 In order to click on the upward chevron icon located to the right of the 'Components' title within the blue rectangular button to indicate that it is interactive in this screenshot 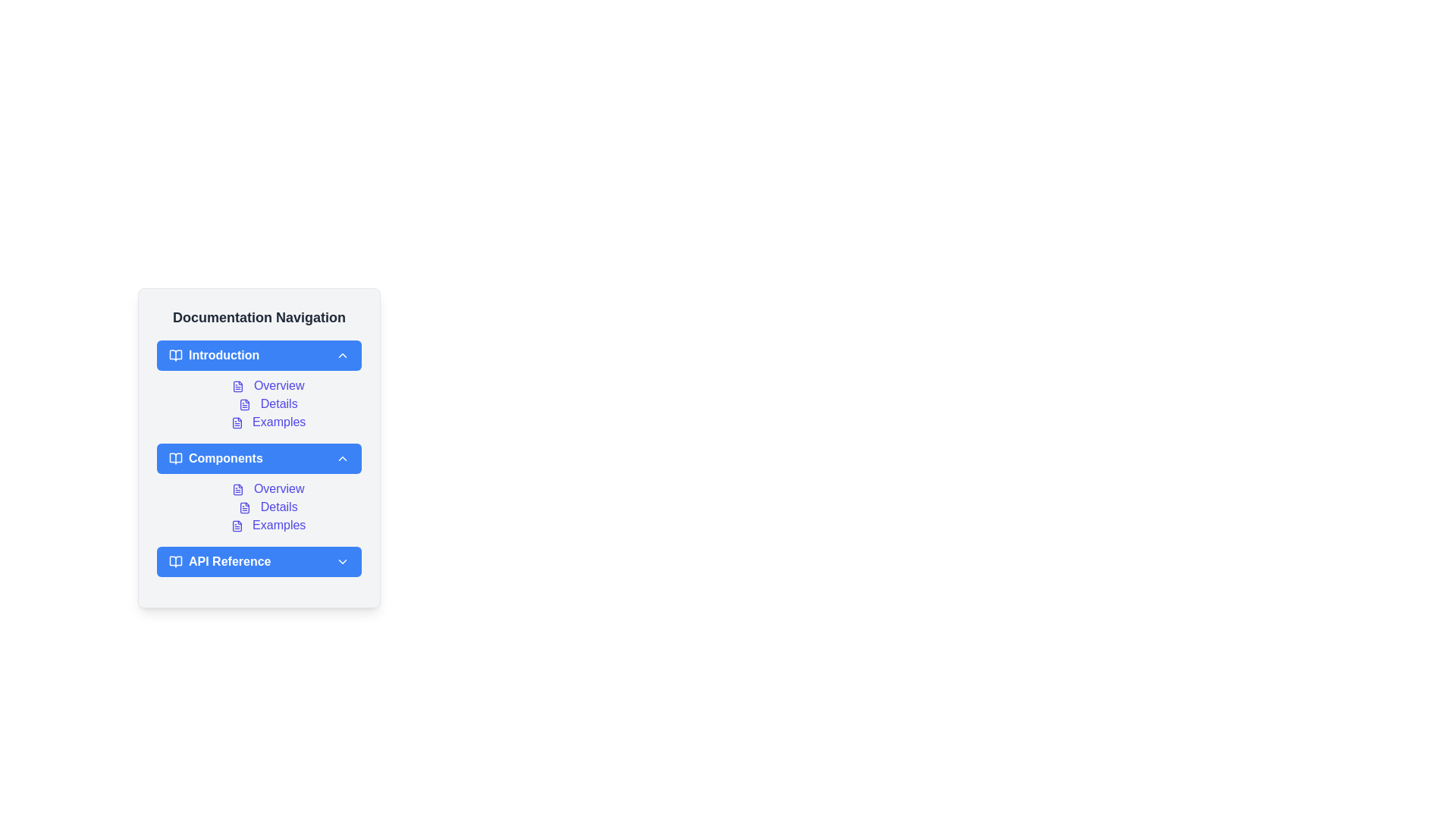, I will do `click(341, 458)`.